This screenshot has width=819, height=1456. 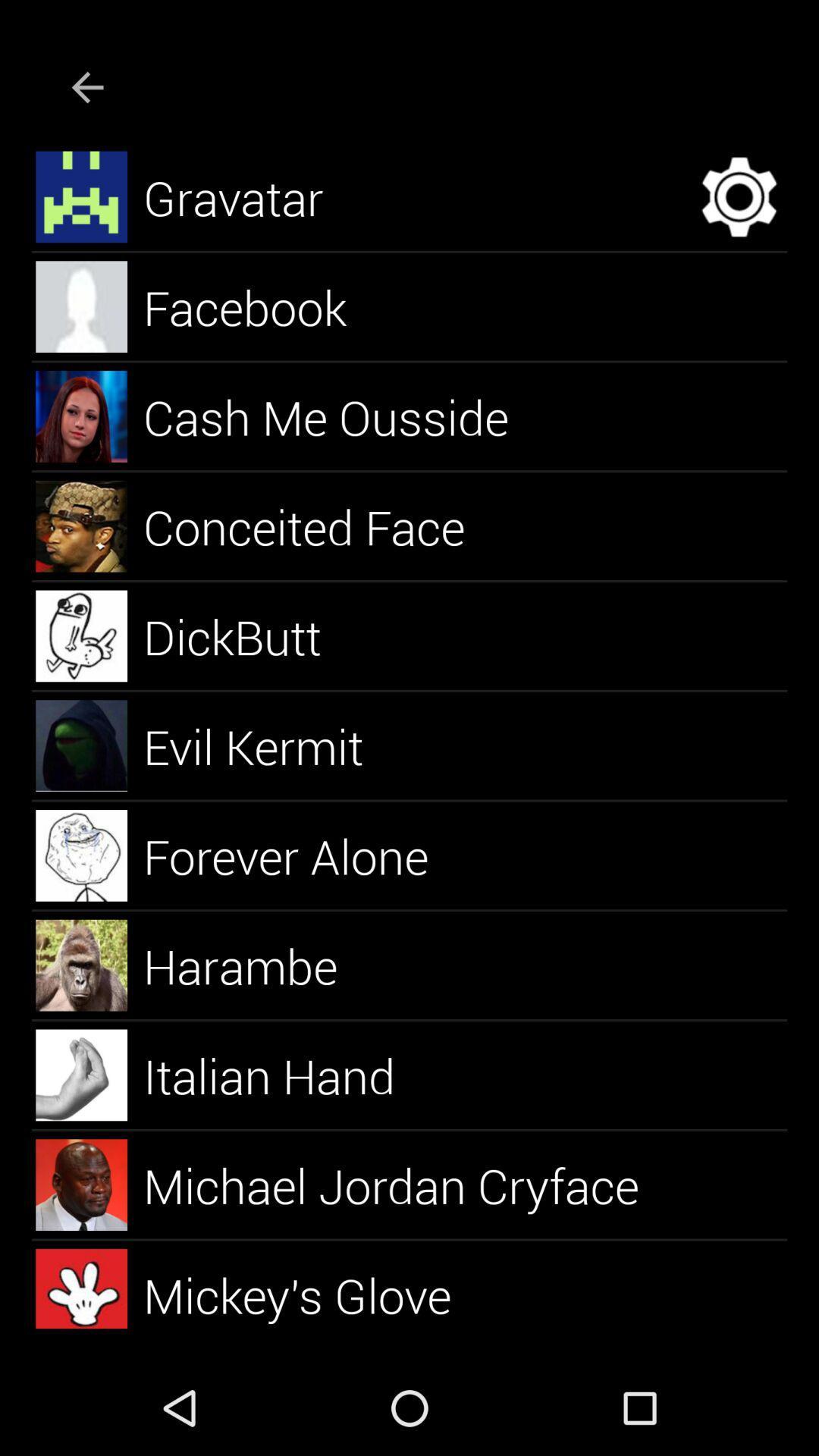 What do you see at coordinates (314, 1287) in the screenshot?
I see `the mickey's glove icon` at bounding box center [314, 1287].